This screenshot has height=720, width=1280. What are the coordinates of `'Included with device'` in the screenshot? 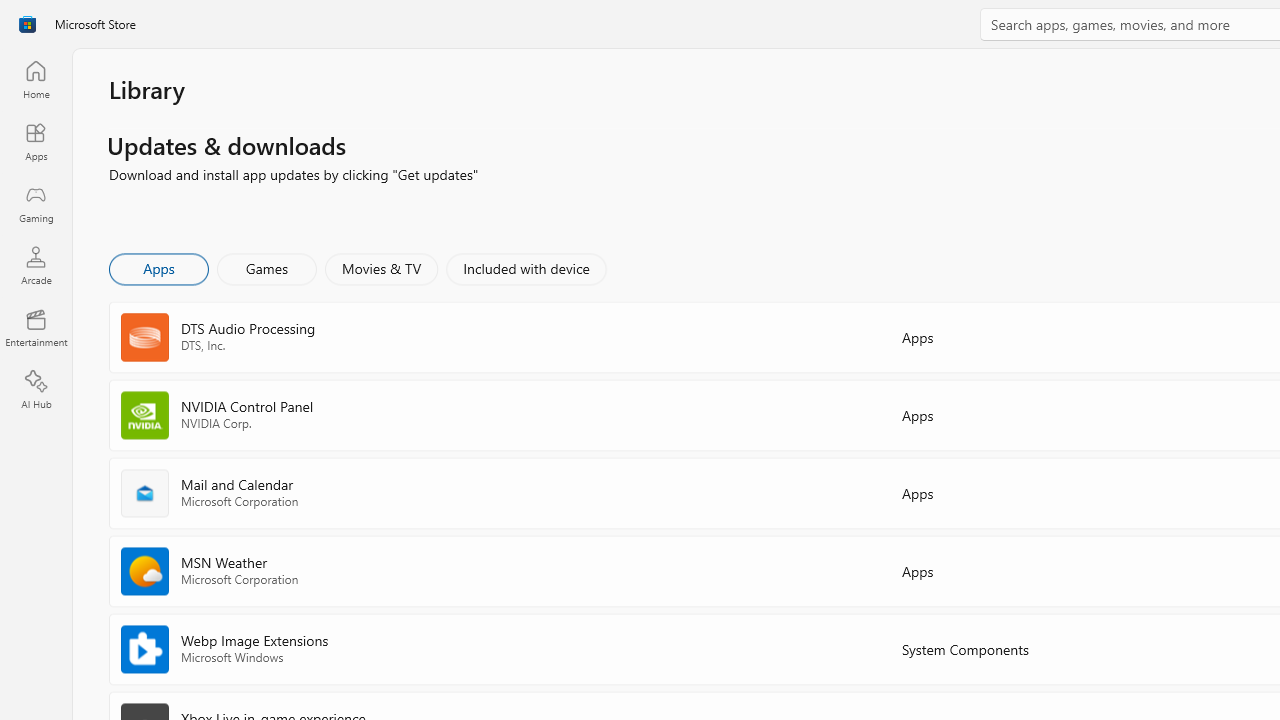 It's located at (525, 267).